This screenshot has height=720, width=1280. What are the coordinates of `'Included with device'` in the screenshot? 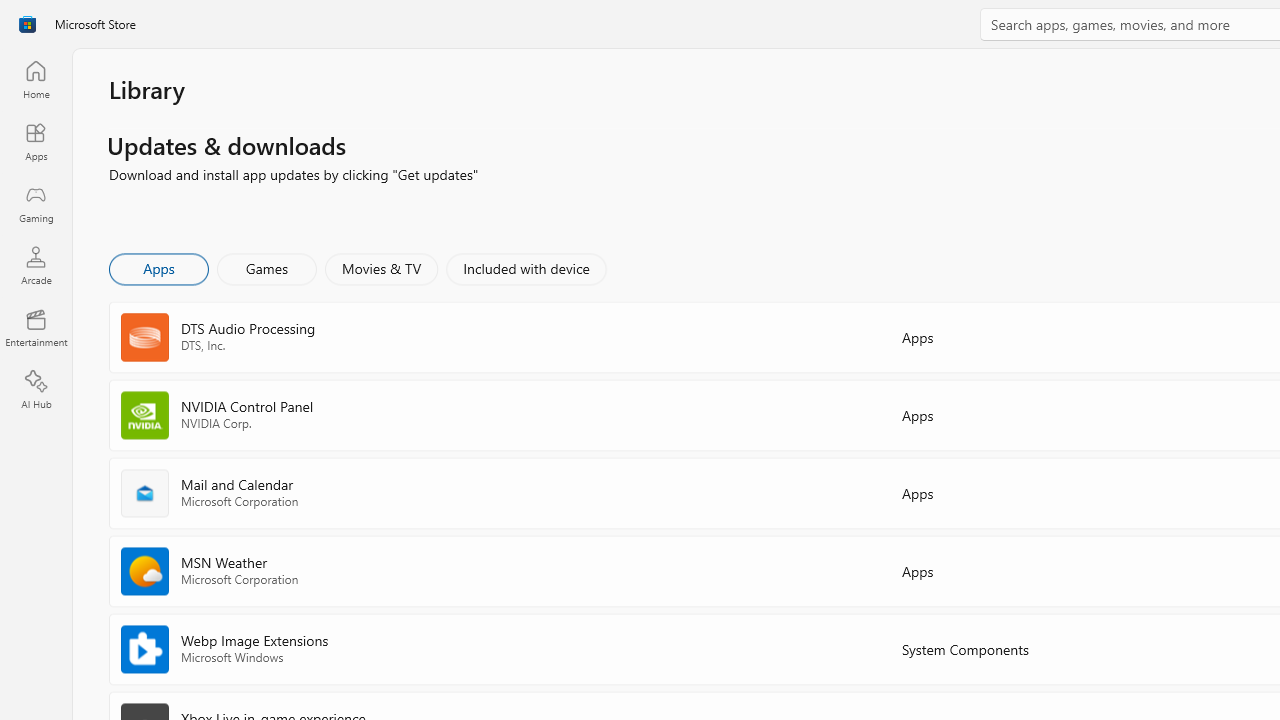 It's located at (525, 267).